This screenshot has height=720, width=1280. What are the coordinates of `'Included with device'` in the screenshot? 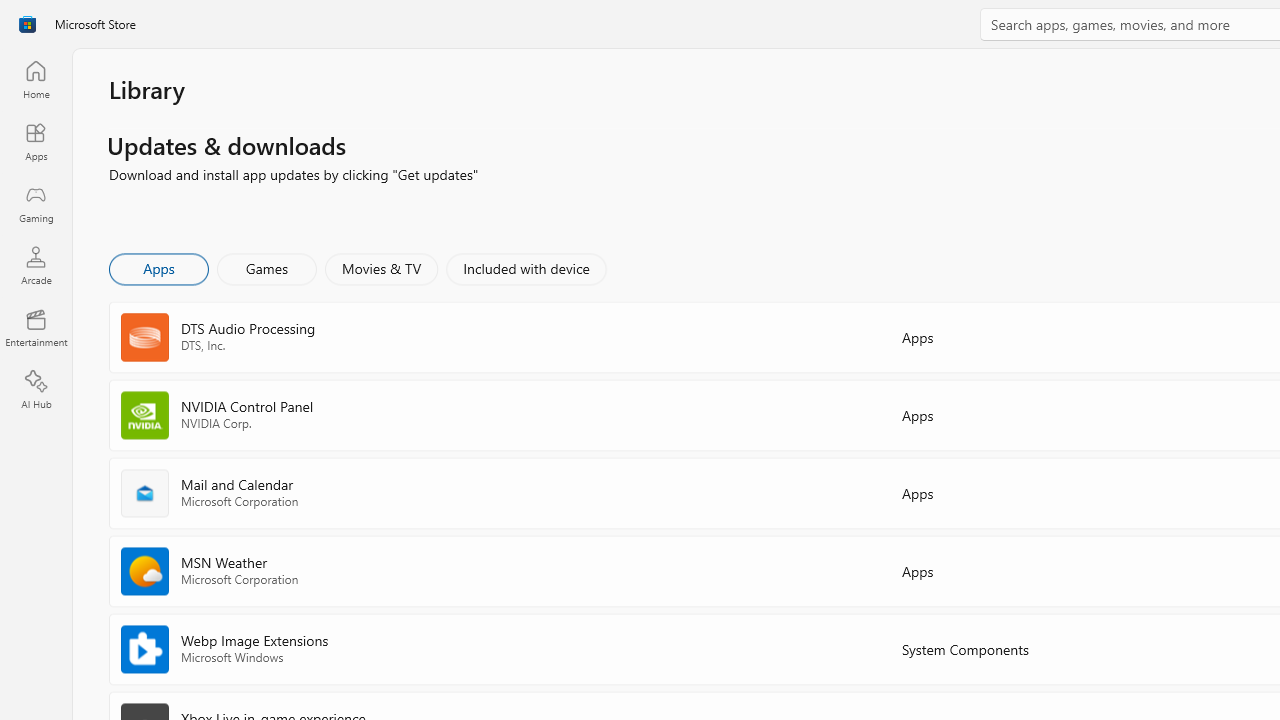 It's located at (525, 267).